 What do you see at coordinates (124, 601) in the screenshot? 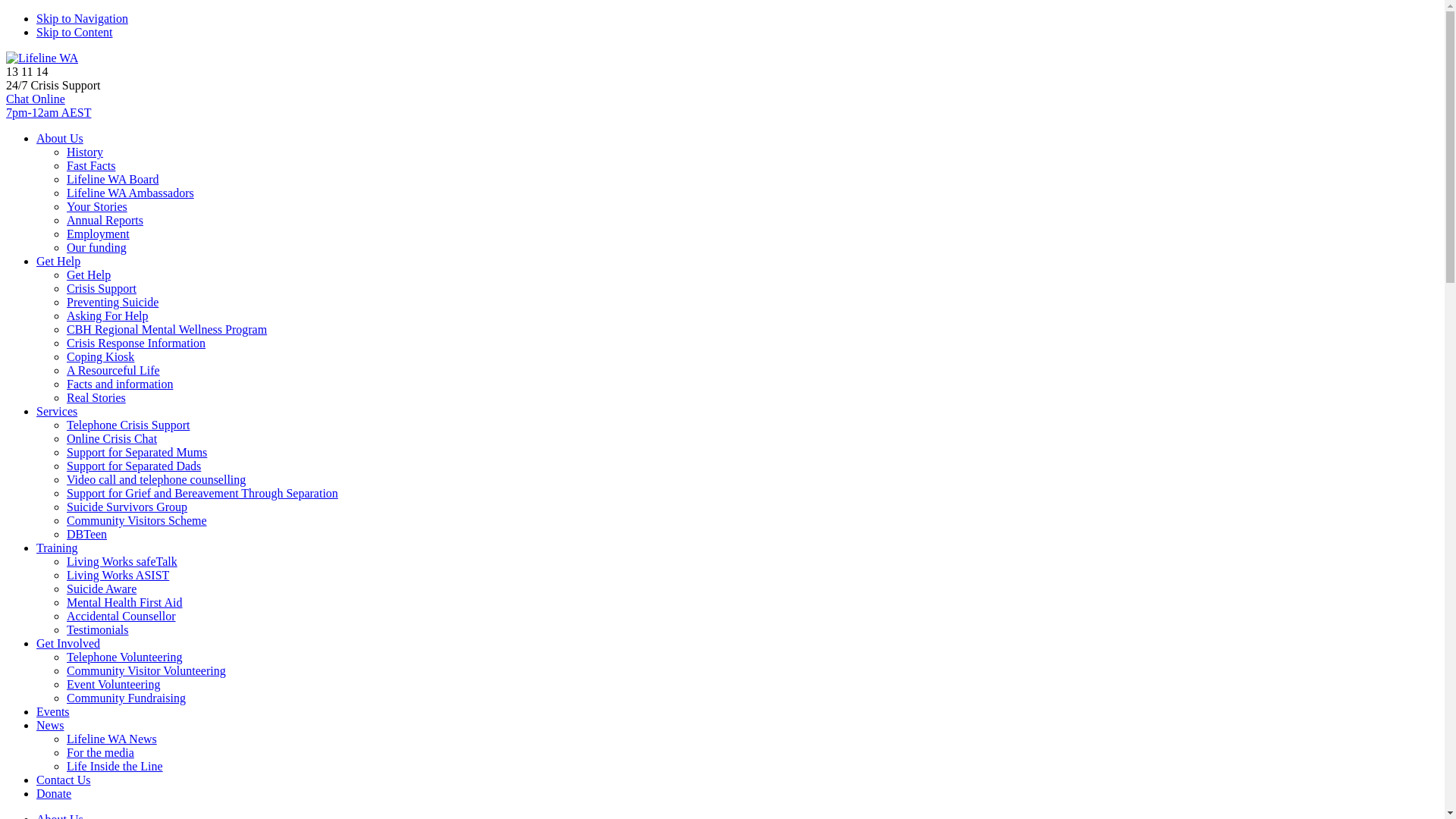
I see `'Mental Health First Aid'` at bounding box center [124, 601].